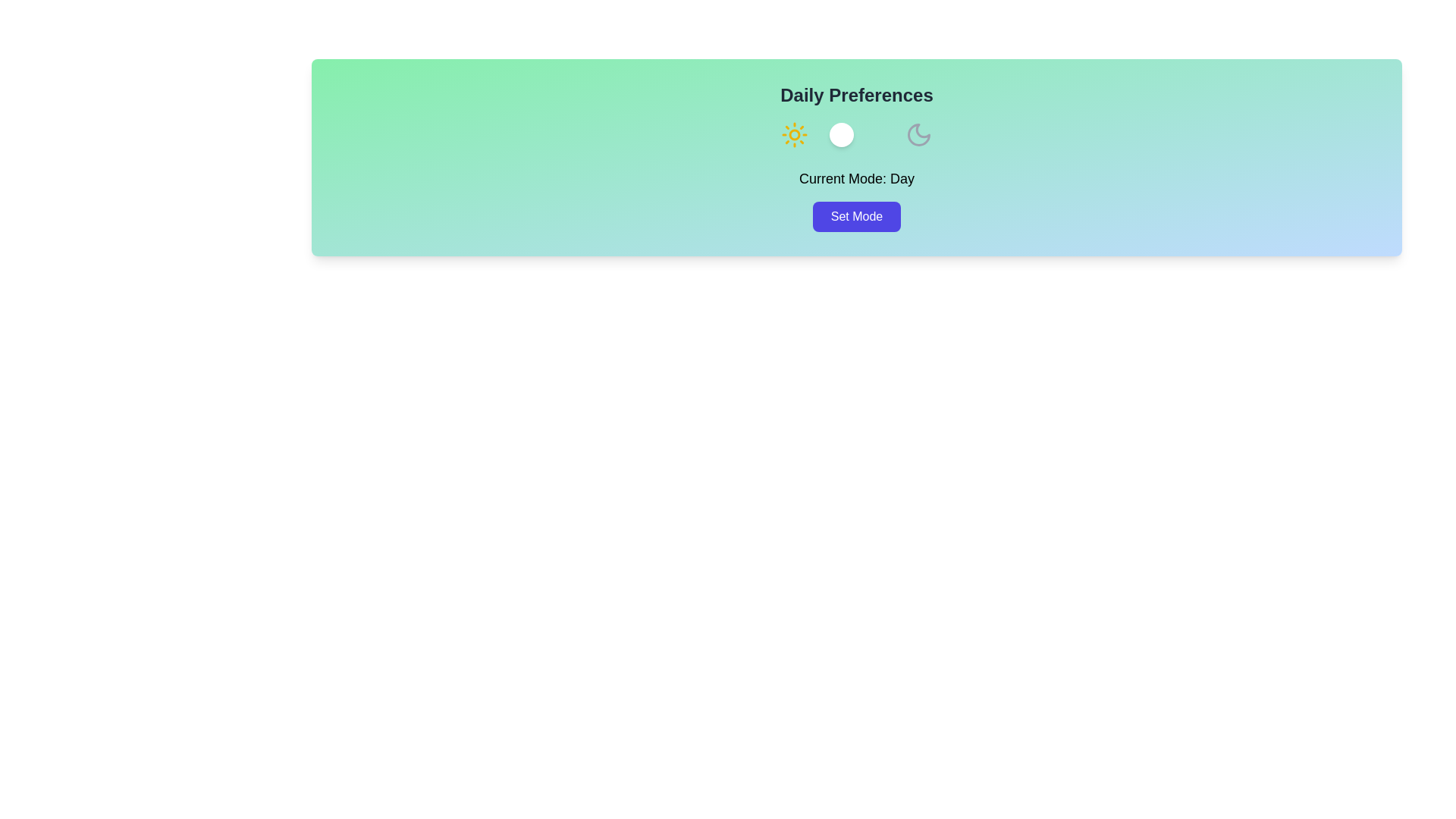 This screenshot has height=819, width=1456. I want to click on the sun icon to toggle the mode, so click(793, 133).